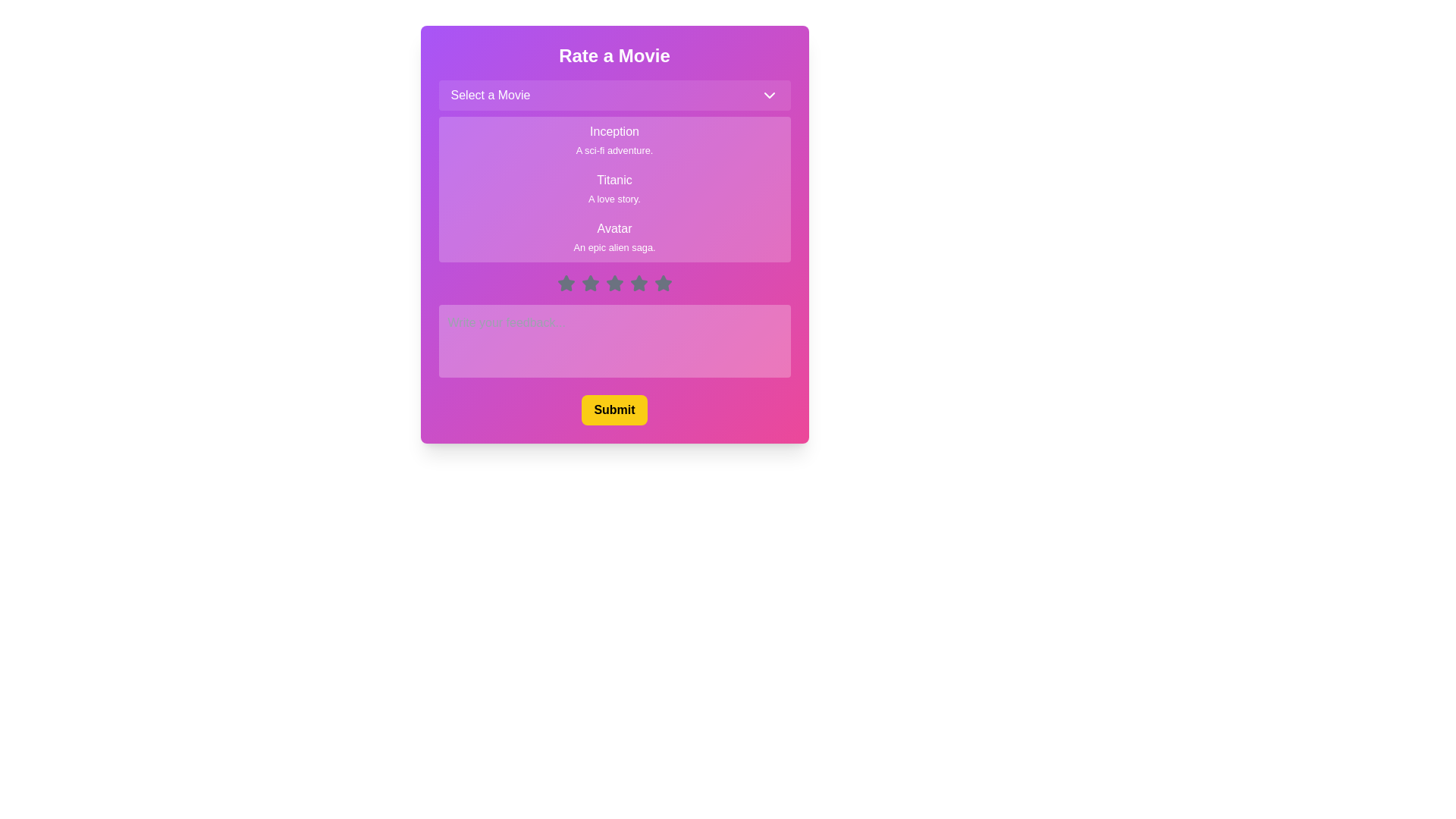 The image size is (1456, 819). Describe the element at coordinates (614, 140) in the screenshot. I see `the first list item displaying information about the movie 'Inception' under the 'Rate a Movie' section, located directly below the 'Select a Movie' dropdown menu` at that location.